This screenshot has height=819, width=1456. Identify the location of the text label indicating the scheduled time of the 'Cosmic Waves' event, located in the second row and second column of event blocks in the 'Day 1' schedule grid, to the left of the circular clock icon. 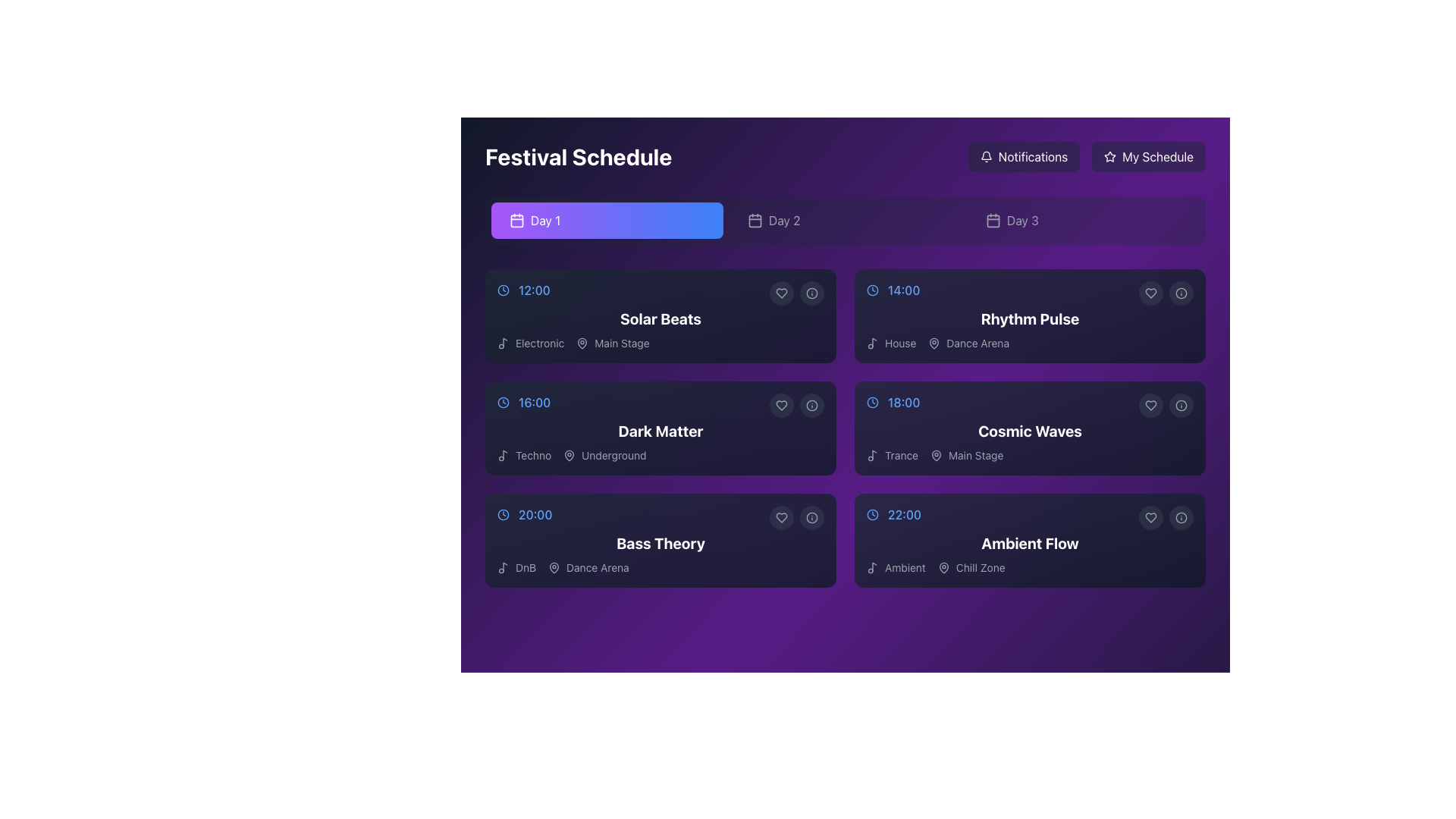
(904, 402).